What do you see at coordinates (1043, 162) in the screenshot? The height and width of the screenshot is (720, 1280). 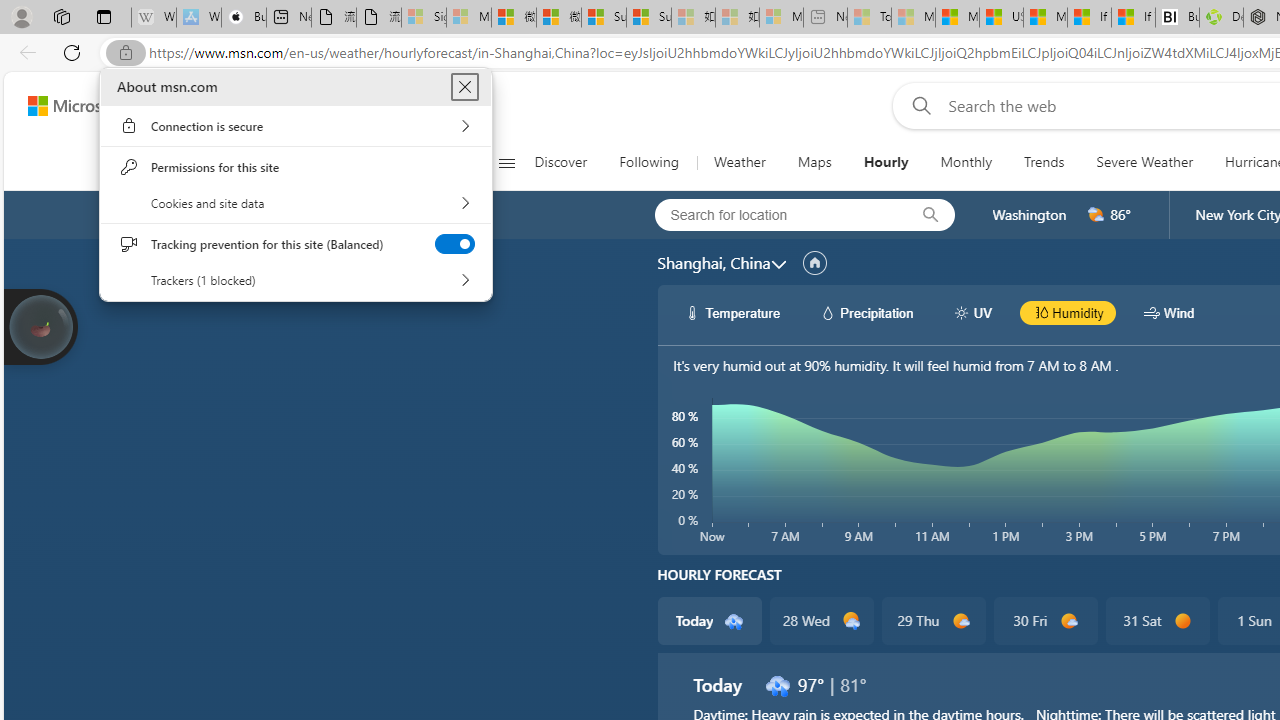 I see `'Trends'` at bounding box center [1043, 162].